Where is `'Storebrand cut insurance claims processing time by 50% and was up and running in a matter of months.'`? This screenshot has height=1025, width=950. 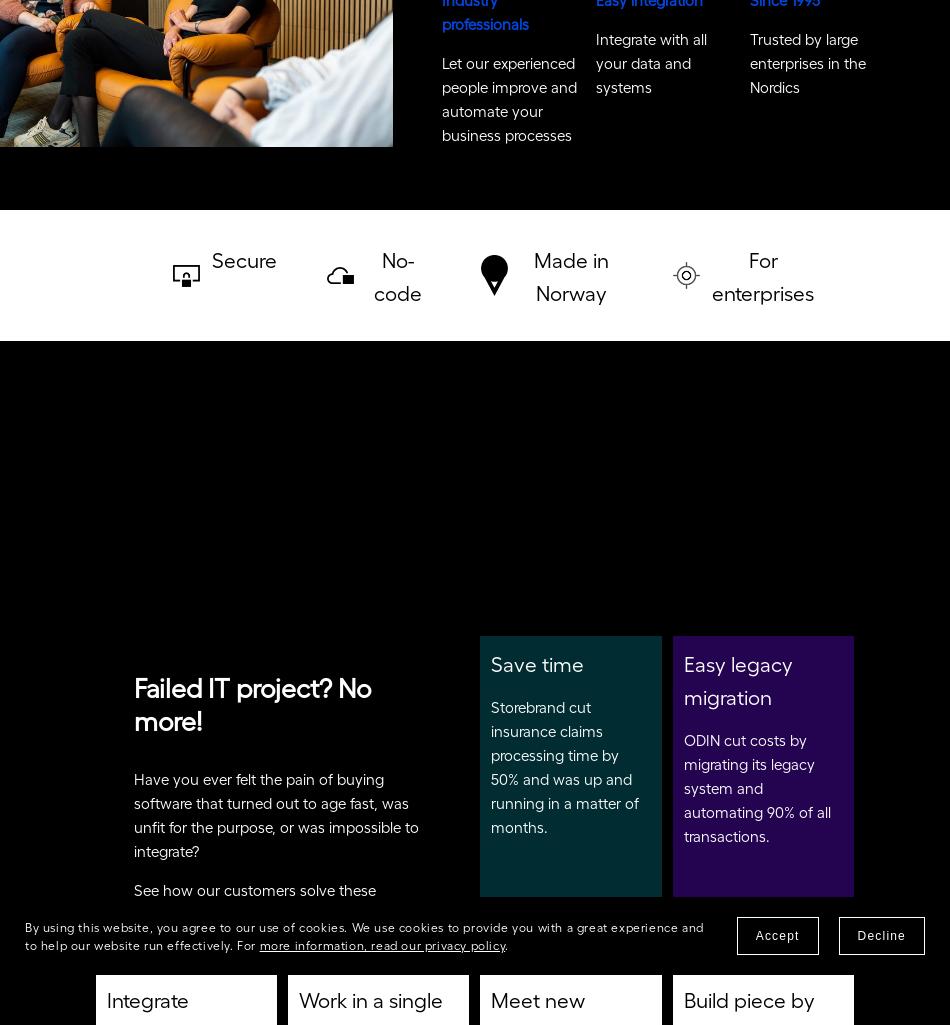 'Storebrand cut insurance claims processing time by 50% and was up and running in a matter of months.' is located at coordinates (566, 773).